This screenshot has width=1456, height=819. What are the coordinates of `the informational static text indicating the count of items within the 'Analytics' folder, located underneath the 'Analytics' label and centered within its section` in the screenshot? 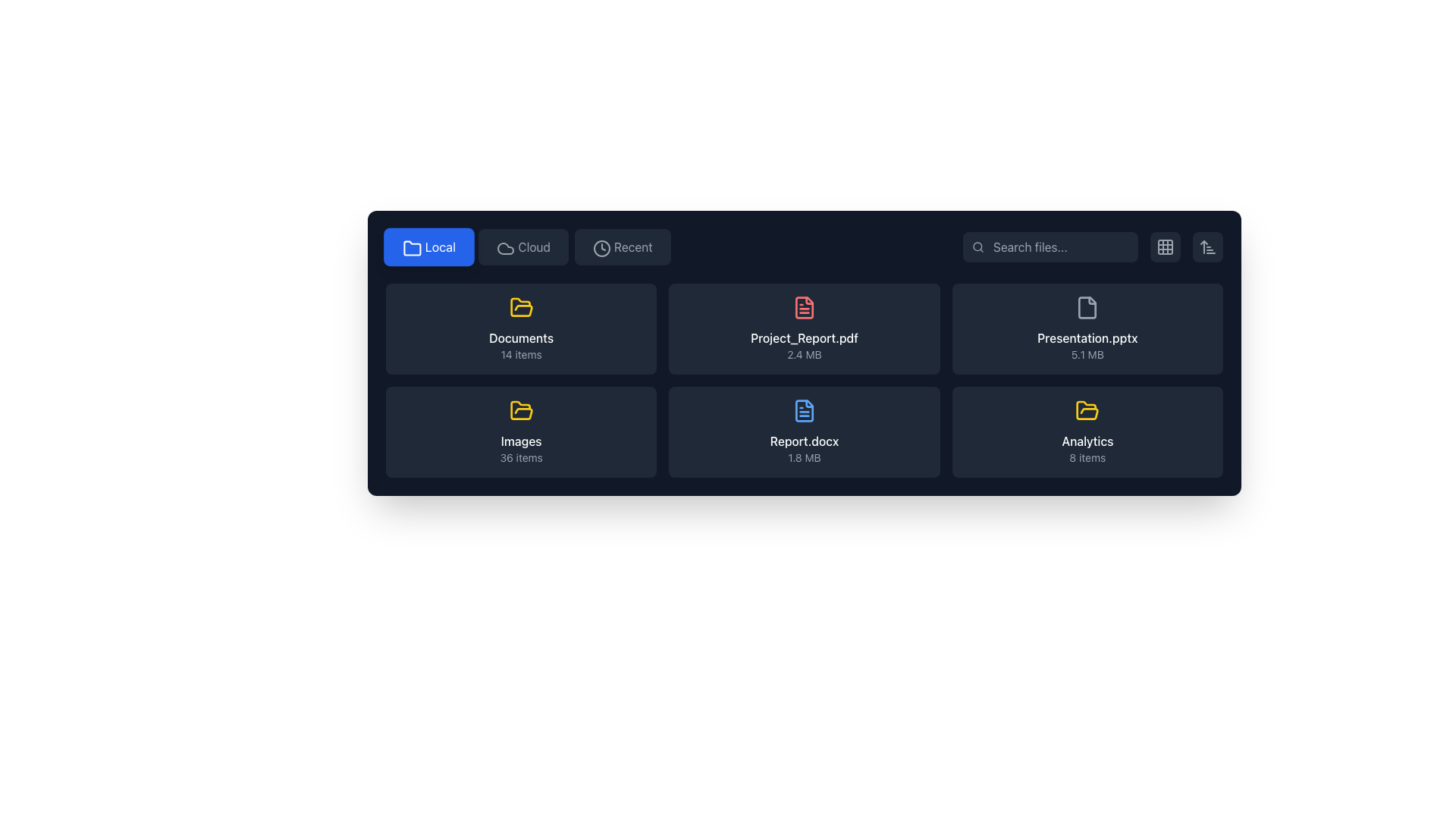 It's located at (1087, 457).